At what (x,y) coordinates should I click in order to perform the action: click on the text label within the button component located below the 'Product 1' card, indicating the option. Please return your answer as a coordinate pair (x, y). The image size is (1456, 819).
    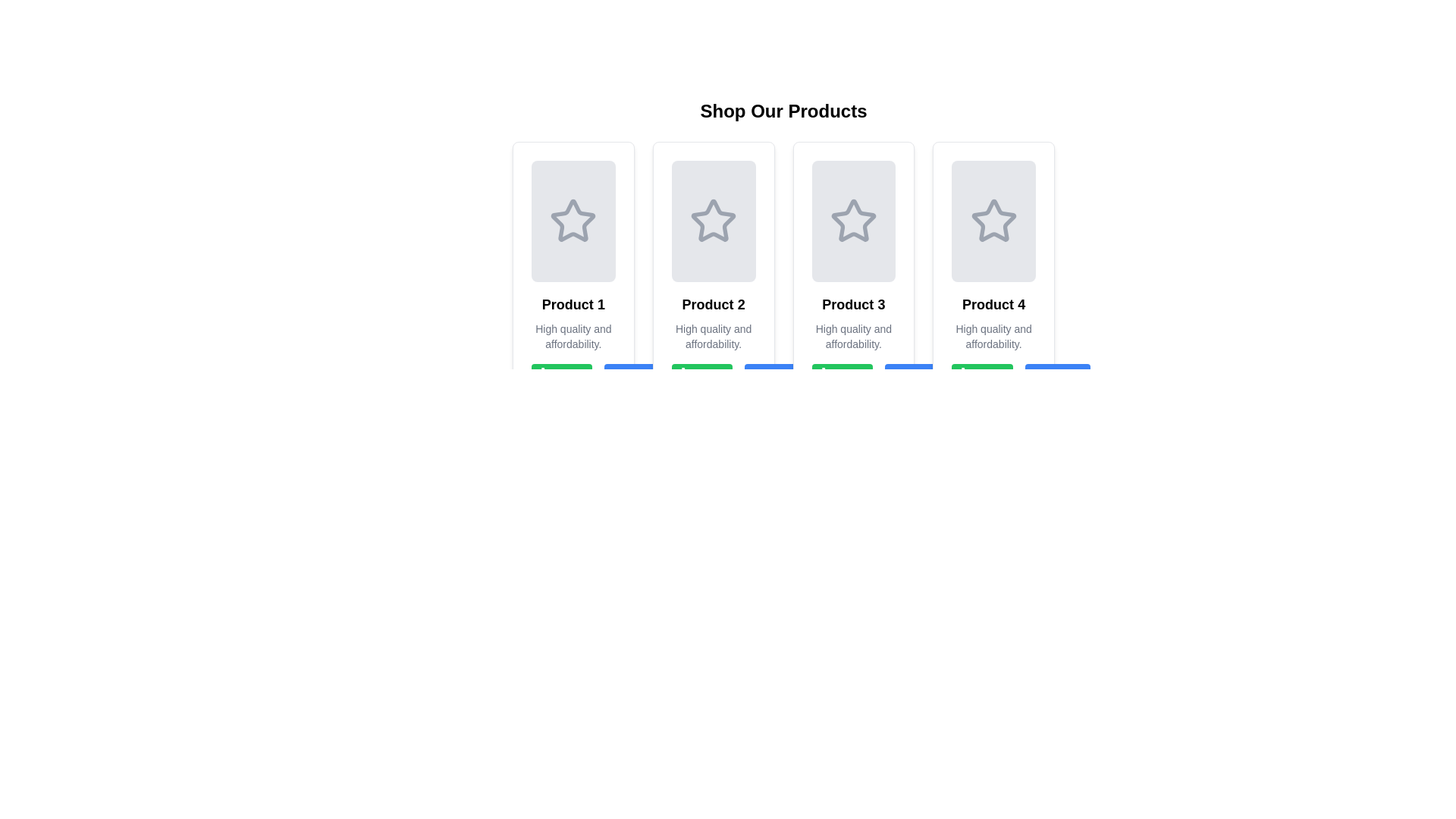
    Looking at the image, I should click on (571, 375).